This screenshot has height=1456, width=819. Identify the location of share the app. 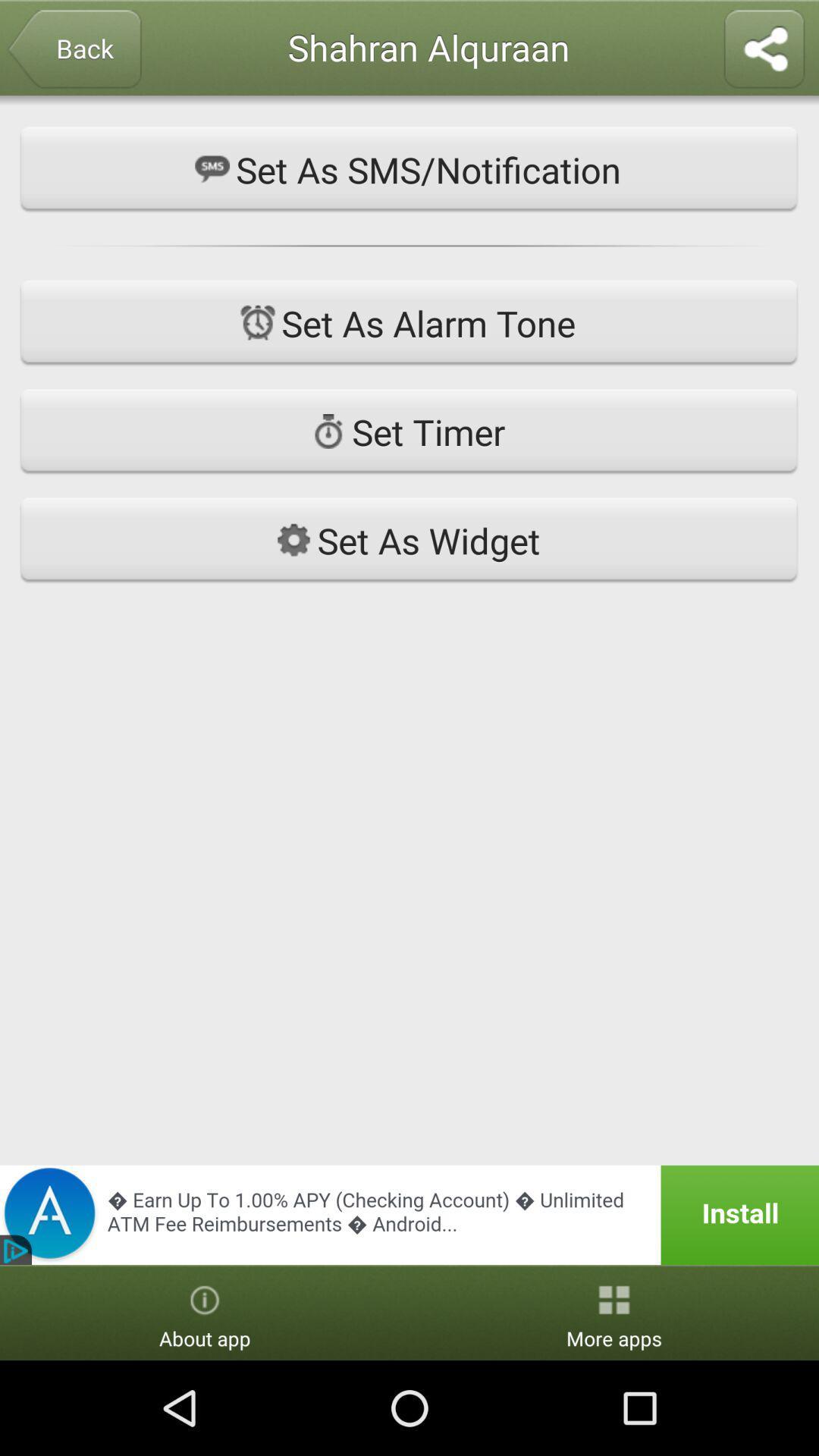
(764, 50).